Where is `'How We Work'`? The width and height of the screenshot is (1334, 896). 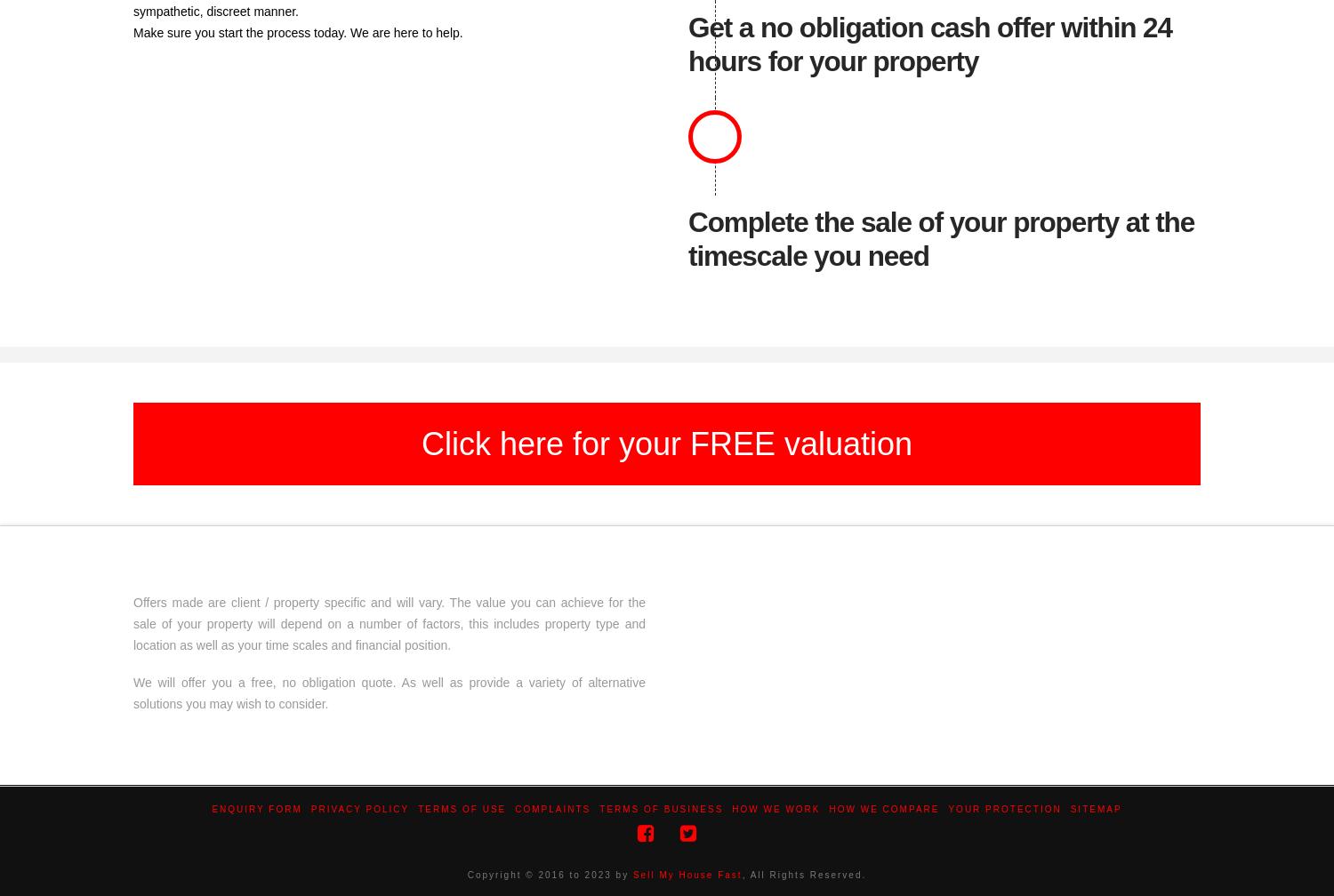 'How We Work' is located at coordinates (775, 809).